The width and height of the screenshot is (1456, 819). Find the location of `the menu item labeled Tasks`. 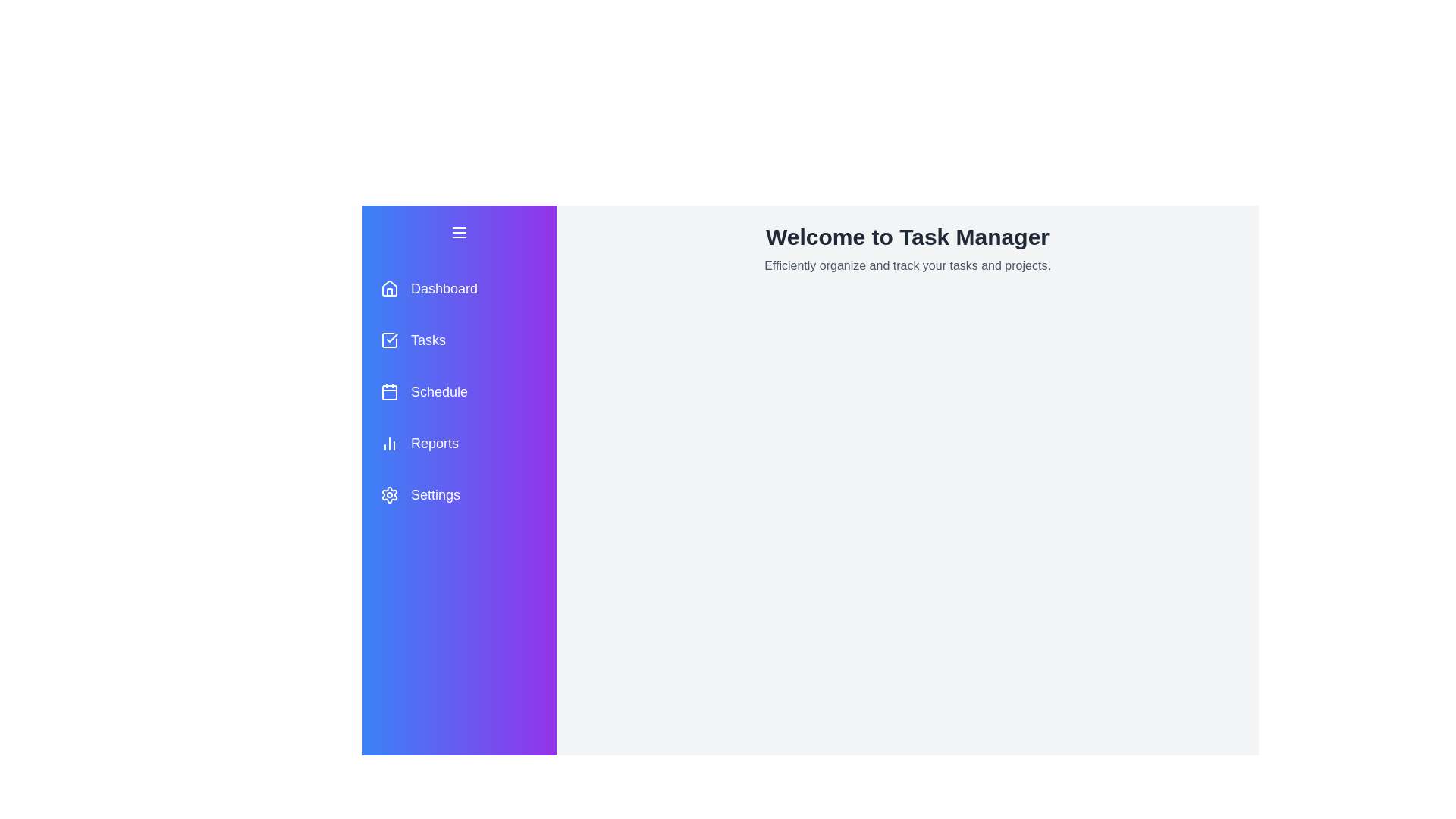

the menu item labeled Tasks is located at coordinates (458, 339).